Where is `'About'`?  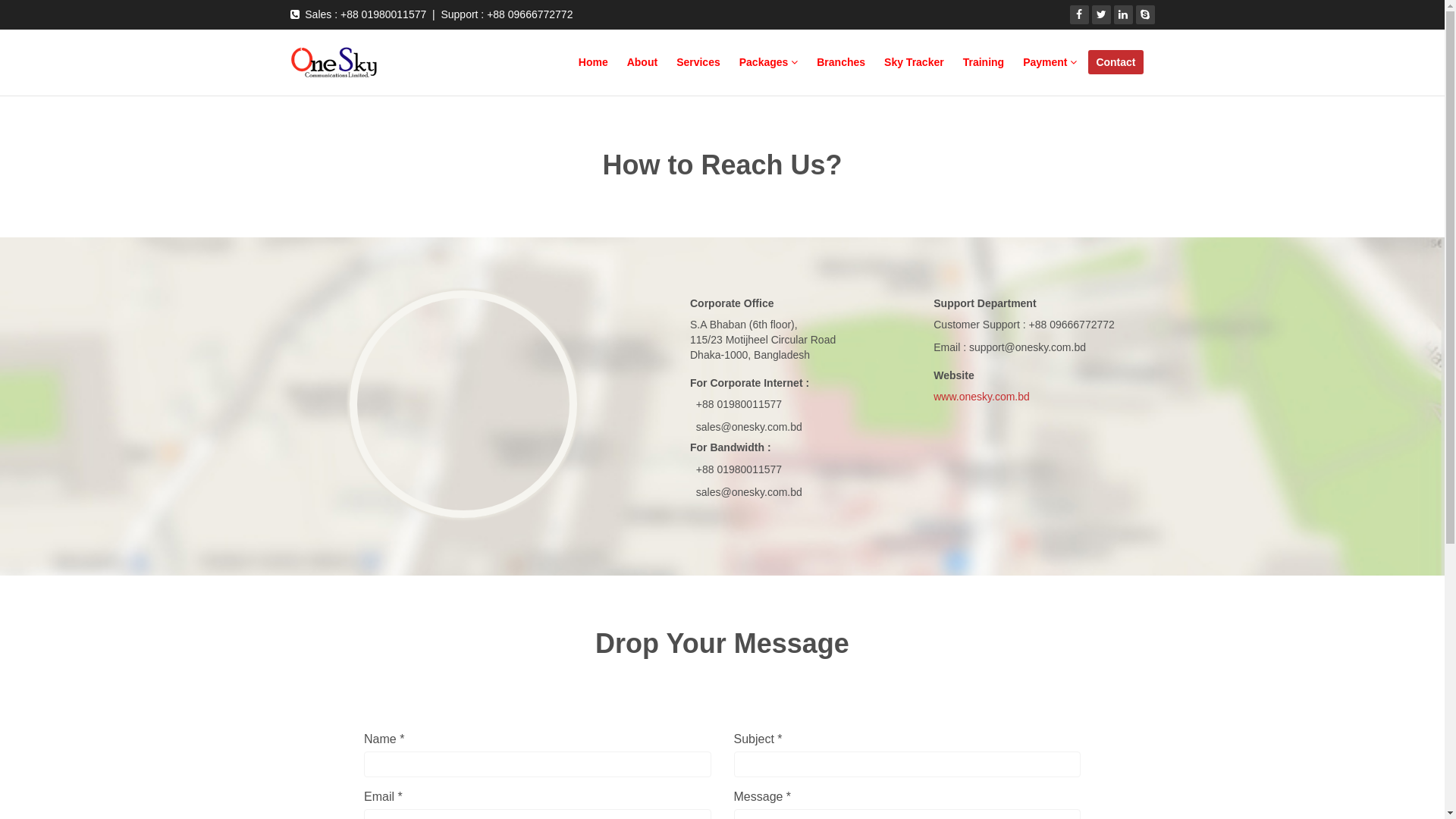 'About' is located at coordinates (642, 61).